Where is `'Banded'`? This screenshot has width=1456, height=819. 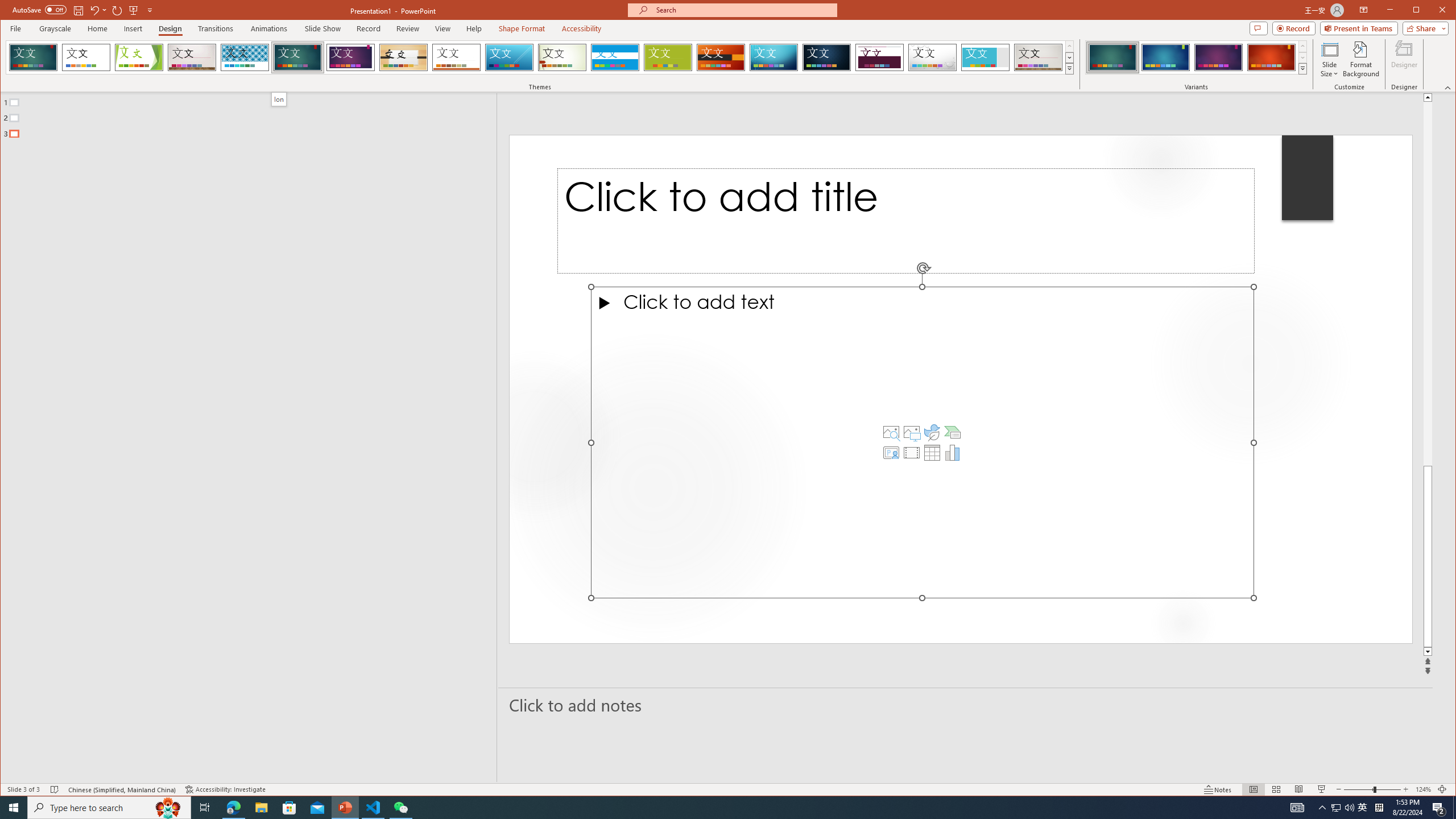
'Banded' is located at coordinates (614, 57).